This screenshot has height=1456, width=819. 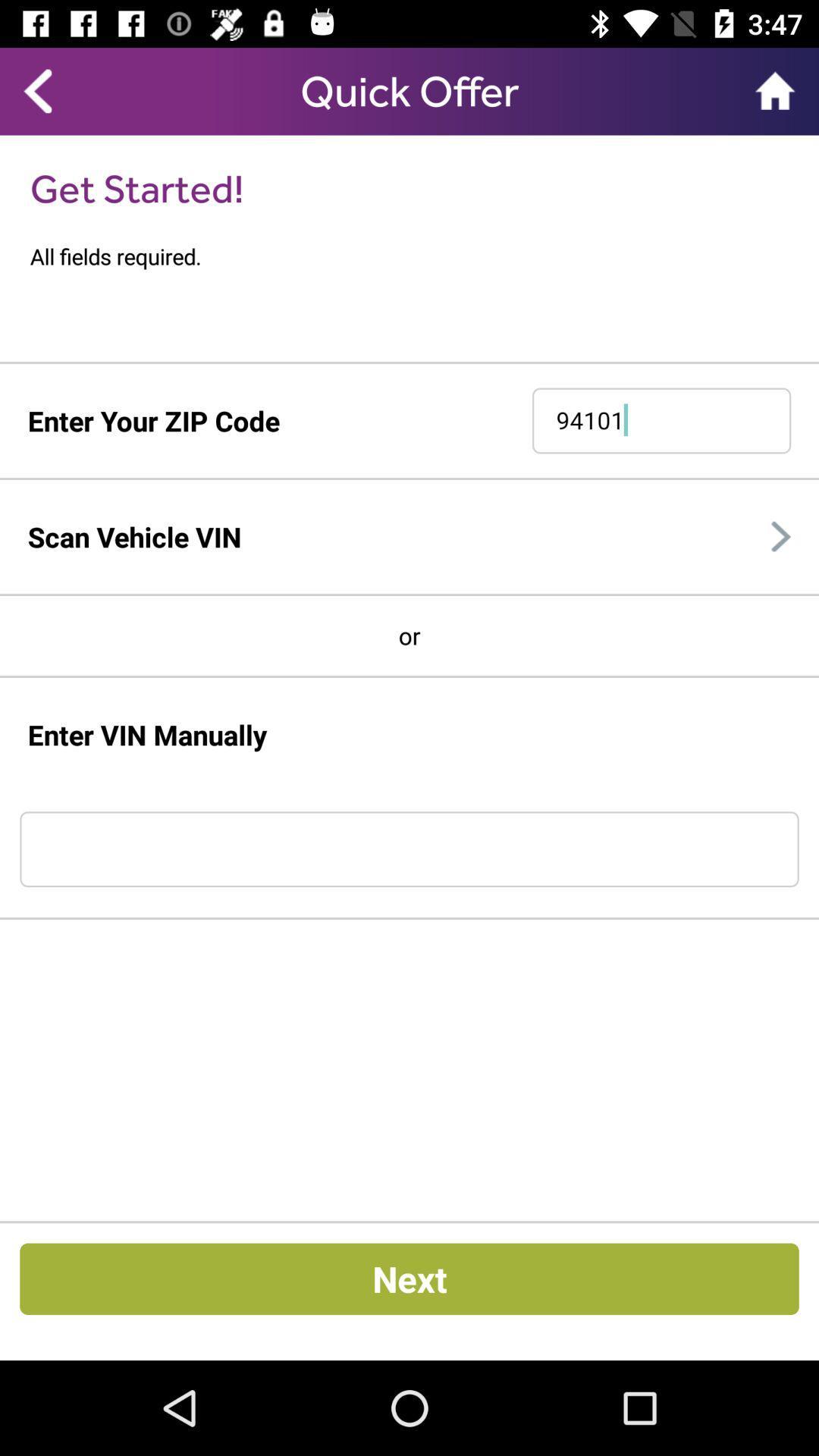 I want to click on the text below the get started, so click(x=424, y=257).